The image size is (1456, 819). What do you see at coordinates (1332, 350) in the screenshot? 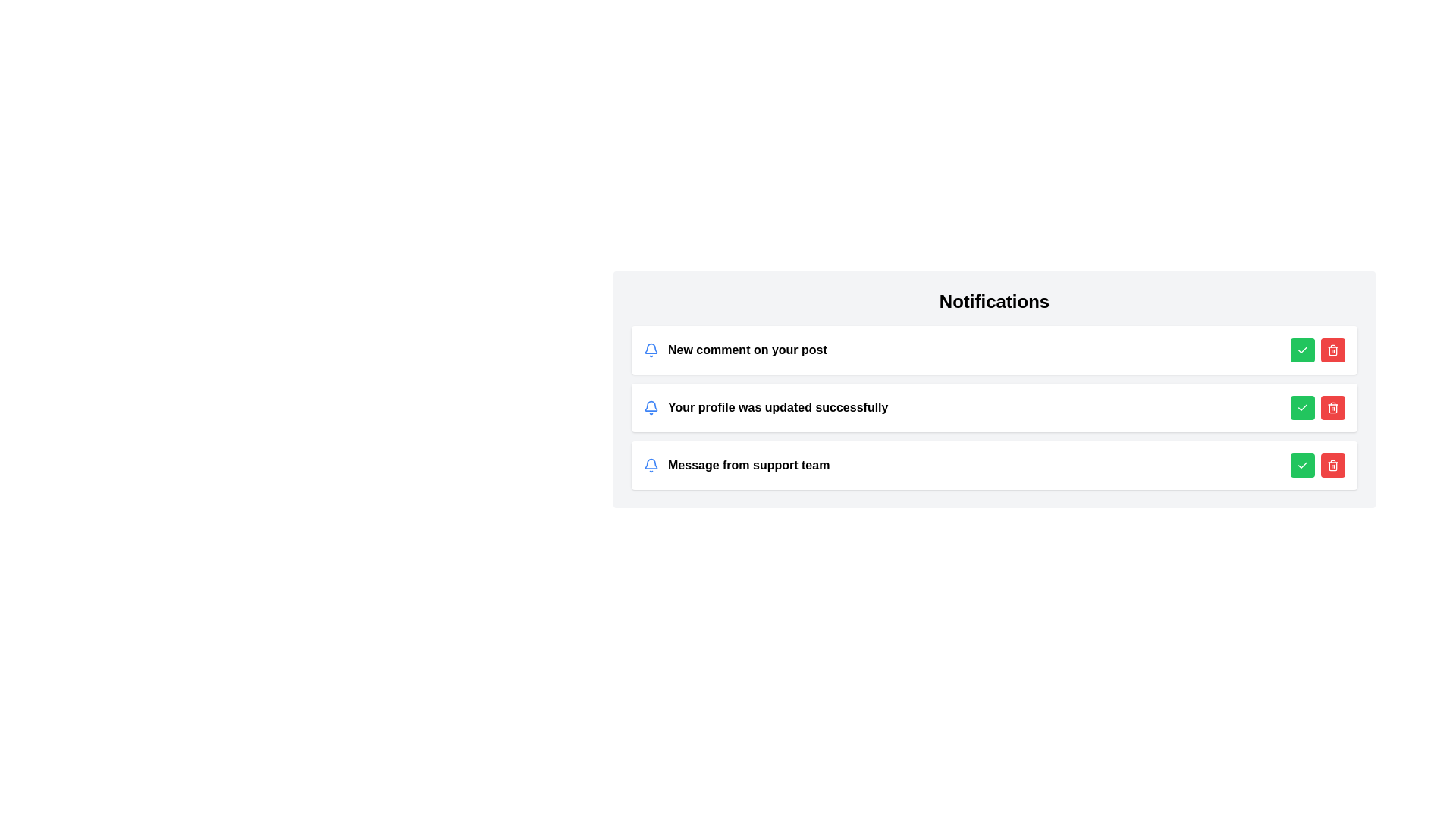
I see `the delete button for the notification with text New comment on your post` at bounding box center [1332, 350].